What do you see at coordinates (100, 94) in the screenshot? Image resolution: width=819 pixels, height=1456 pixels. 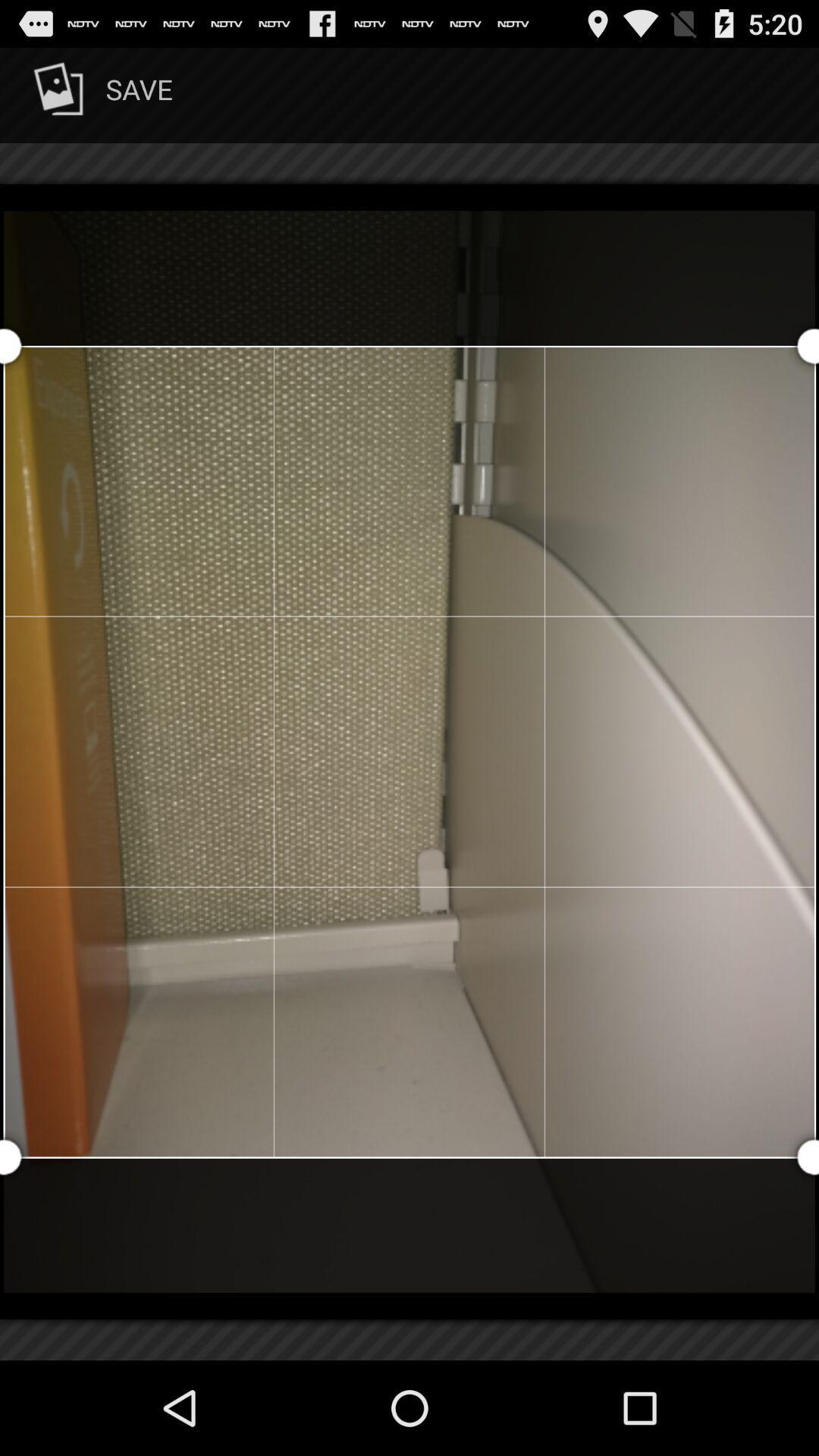 I see `the item at the top left corner` at bounding box center [100, 94].